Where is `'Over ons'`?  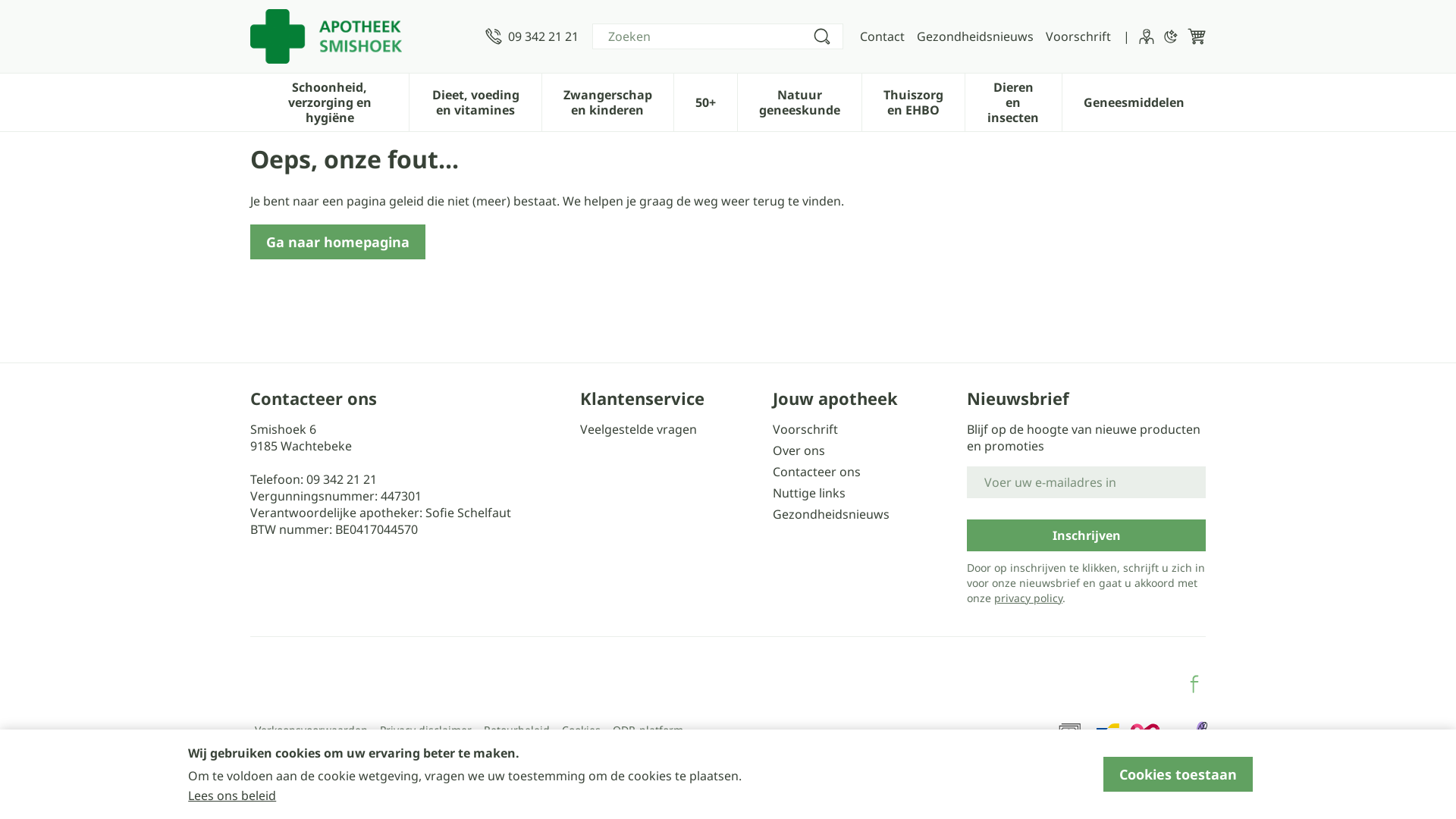
'Over ons' is located at coordinates (863, 450).